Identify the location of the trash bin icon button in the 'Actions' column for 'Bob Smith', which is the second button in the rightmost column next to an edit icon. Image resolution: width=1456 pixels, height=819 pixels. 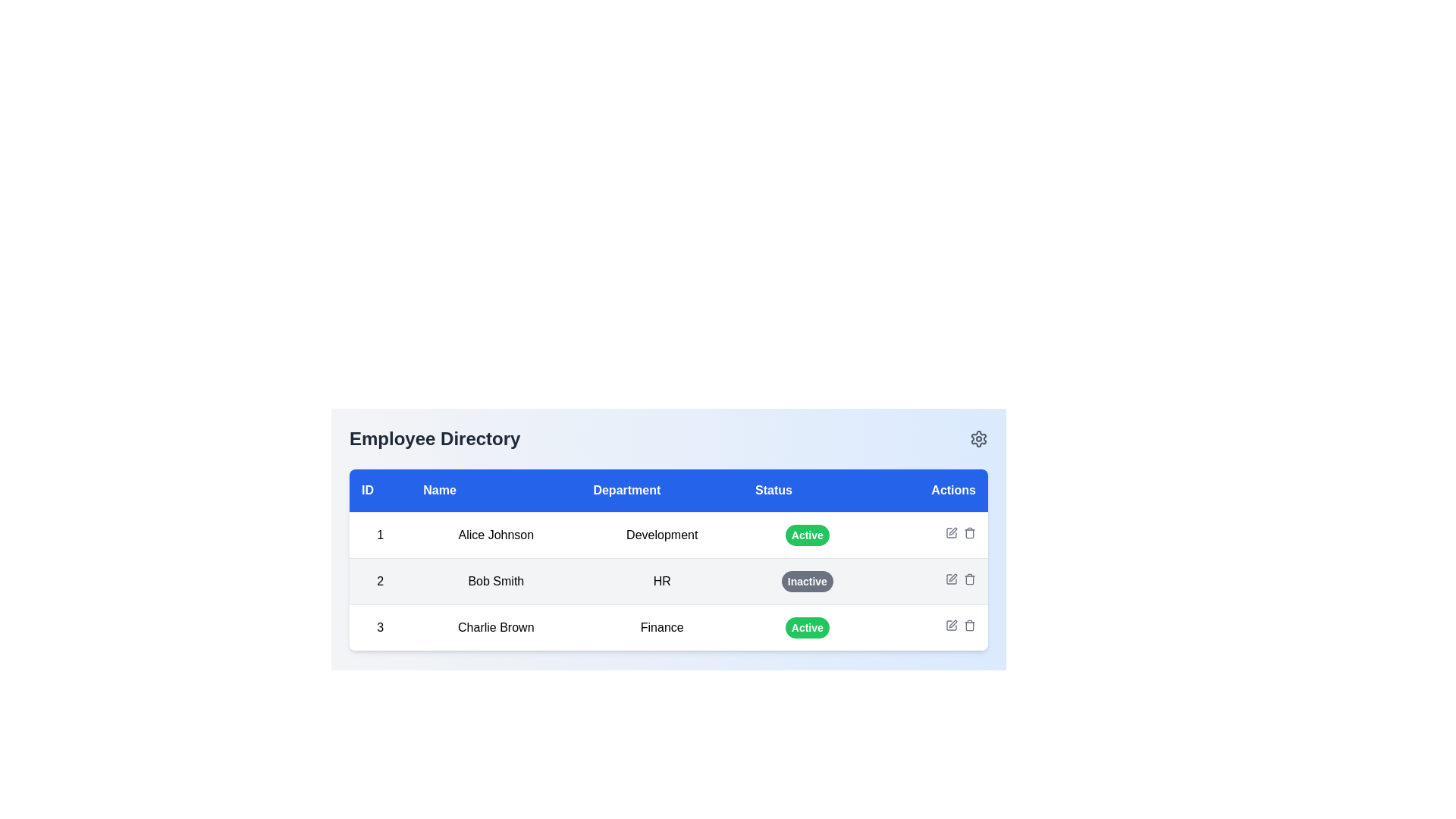
(968, 579).